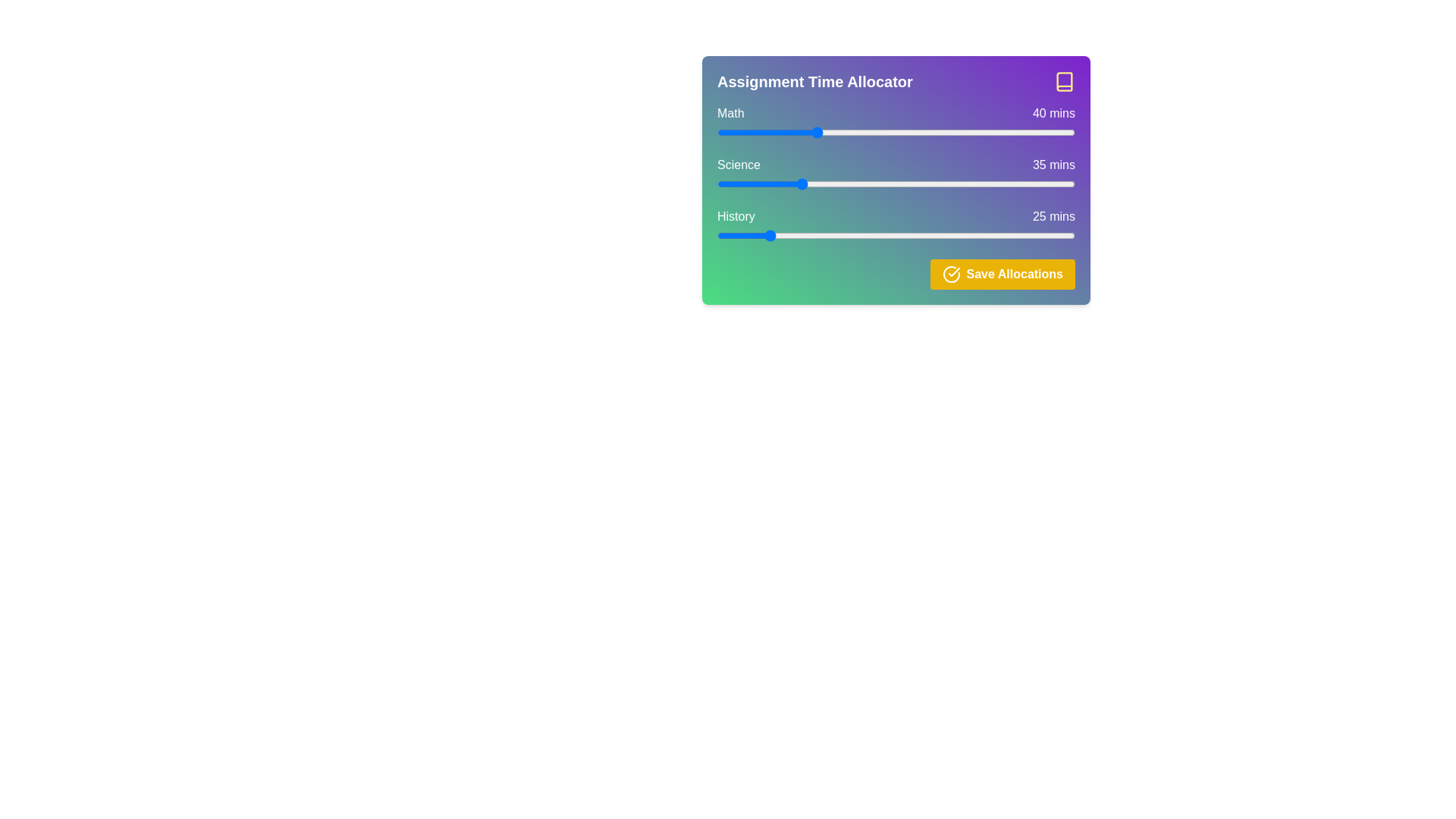  I want to click on allocation time, so click(924, 184).